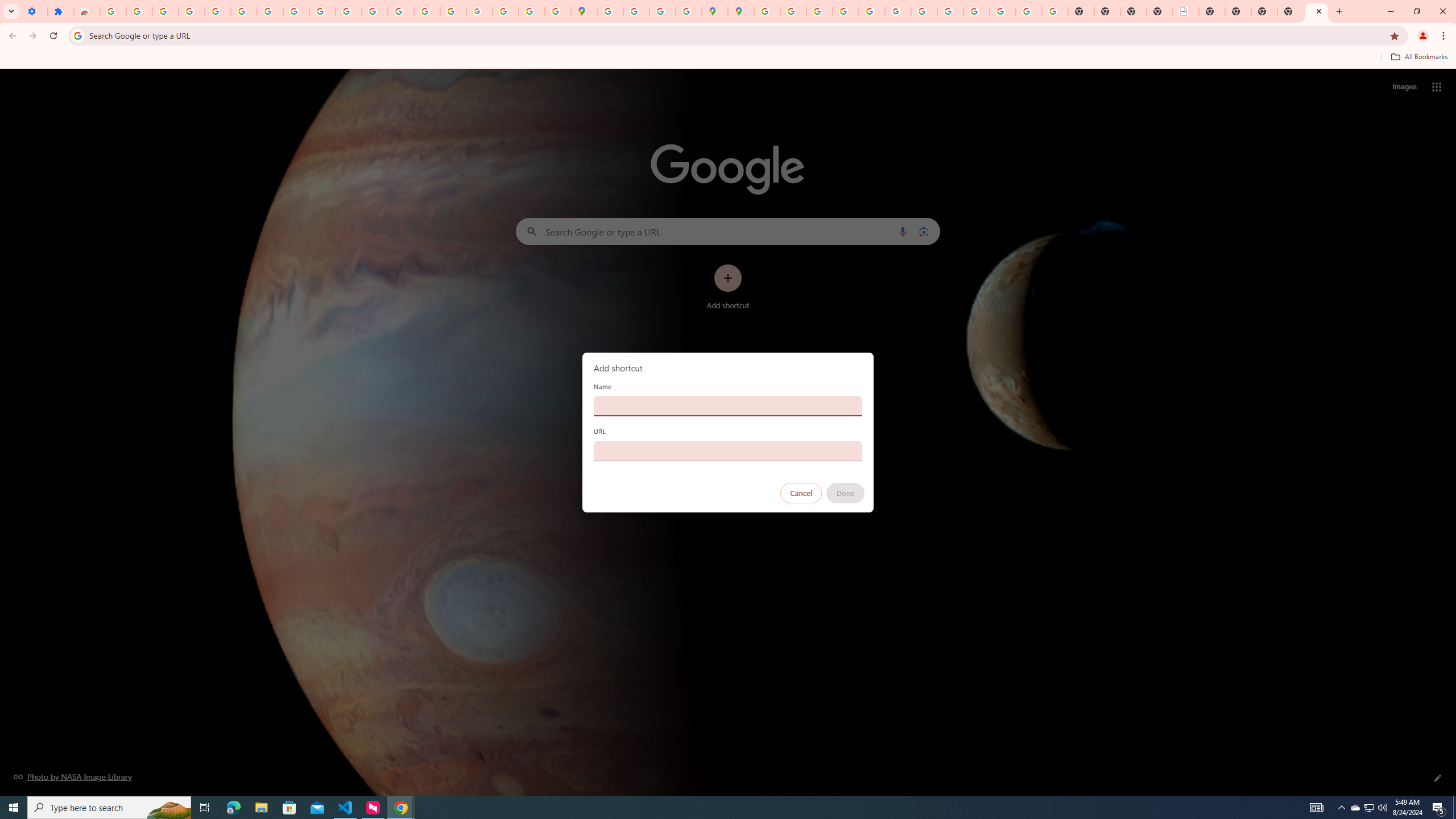 This screenshot has width=1456, height=819. Describe the element at coordinates (1185, 11) in the screenshot. I see `'LAAD Defence & Security 2025 | BAE Systems'` at that location.